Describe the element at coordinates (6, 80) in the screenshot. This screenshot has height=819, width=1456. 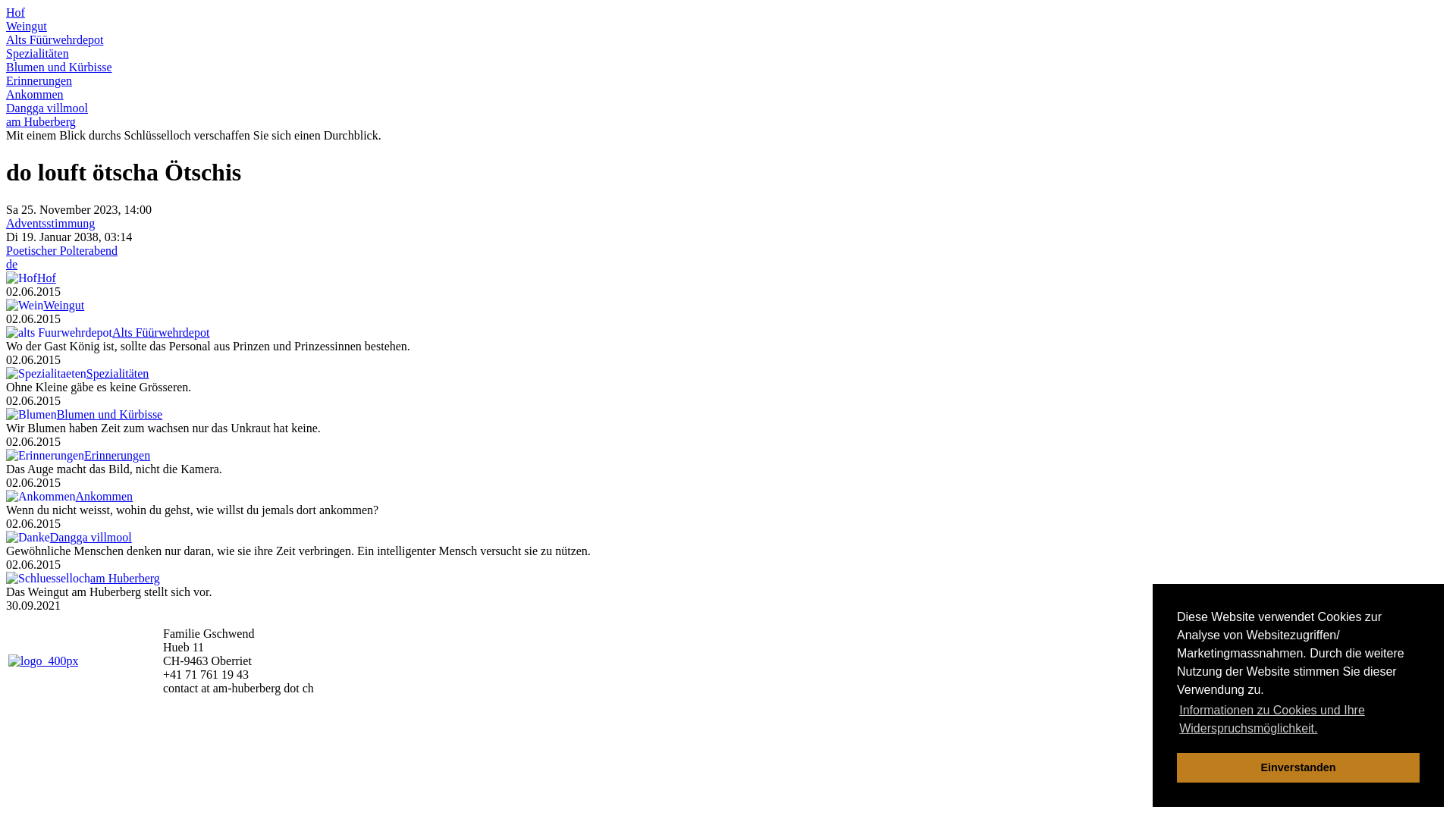
I see `'Erinnerungen'` at that location.